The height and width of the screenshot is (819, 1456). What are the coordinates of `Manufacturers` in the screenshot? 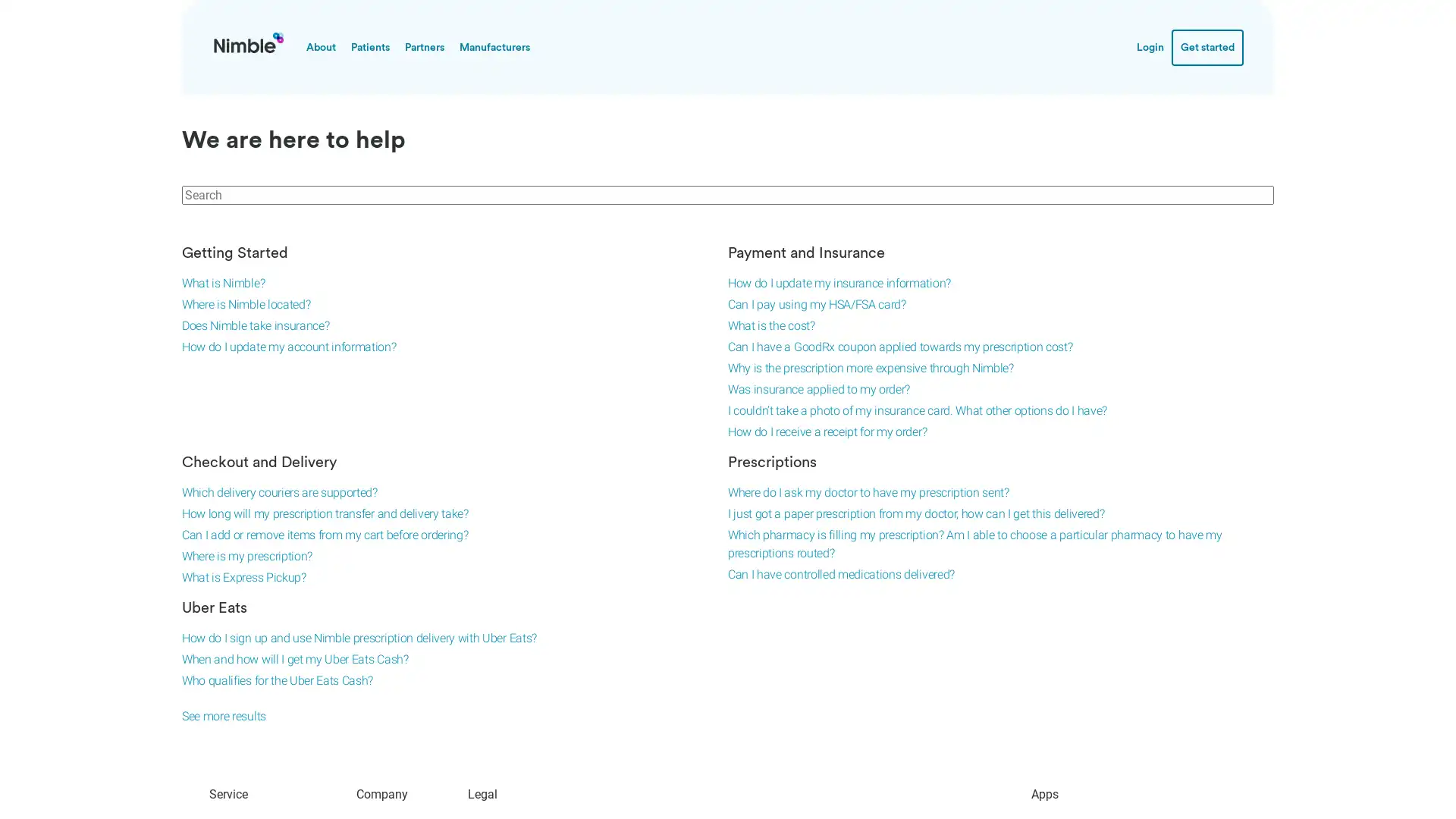 It's located at (494, 45).